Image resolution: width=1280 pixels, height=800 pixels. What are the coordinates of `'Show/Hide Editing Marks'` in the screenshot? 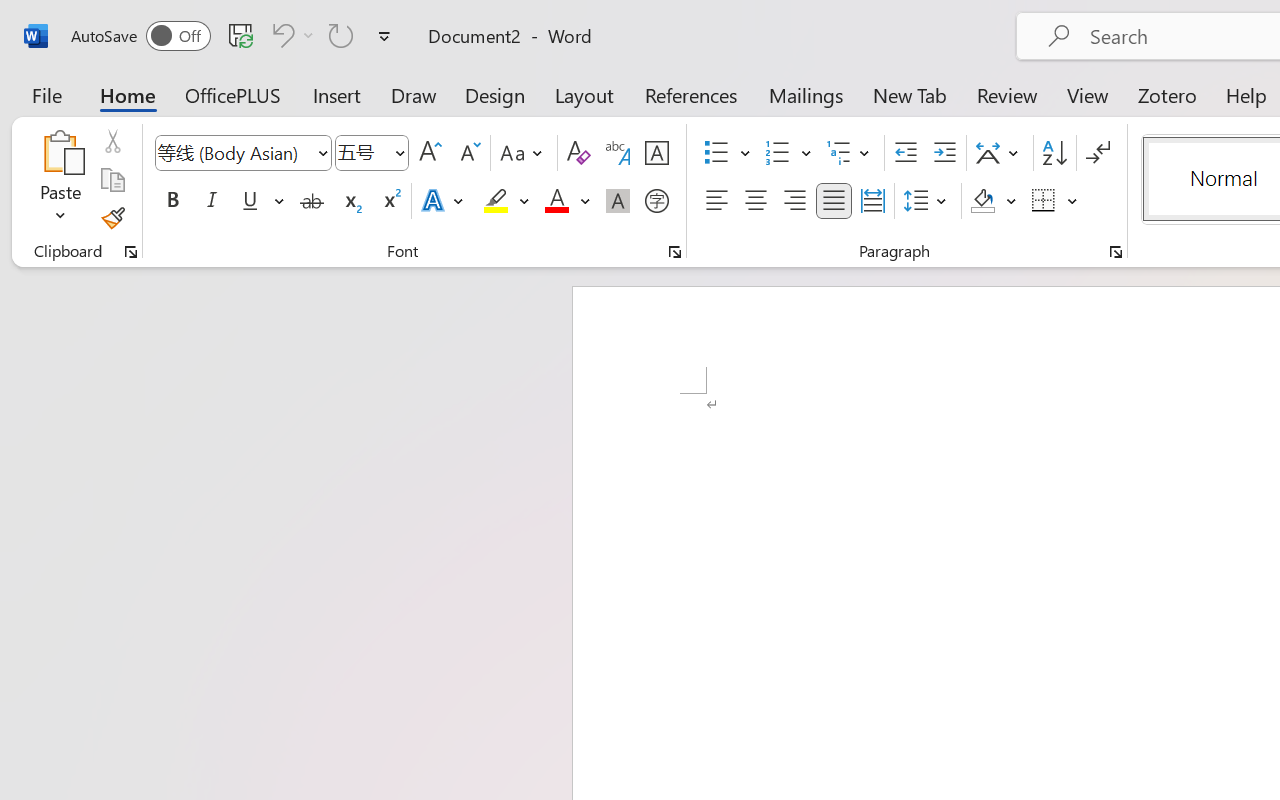 It's located at (1097, 153).